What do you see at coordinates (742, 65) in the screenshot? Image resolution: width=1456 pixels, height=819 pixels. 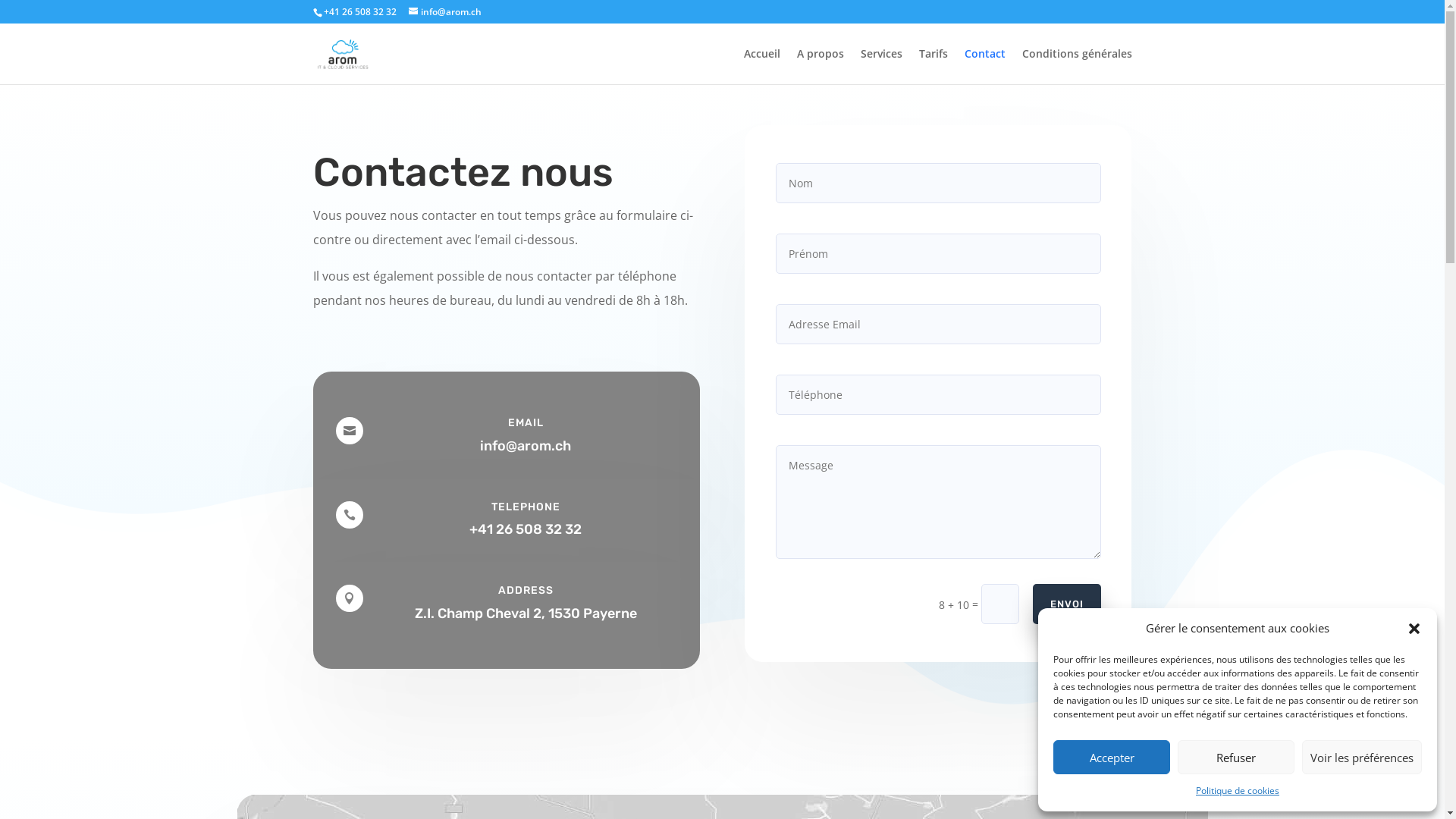 I see `'Accueil'` at bounding box center [742, 65].